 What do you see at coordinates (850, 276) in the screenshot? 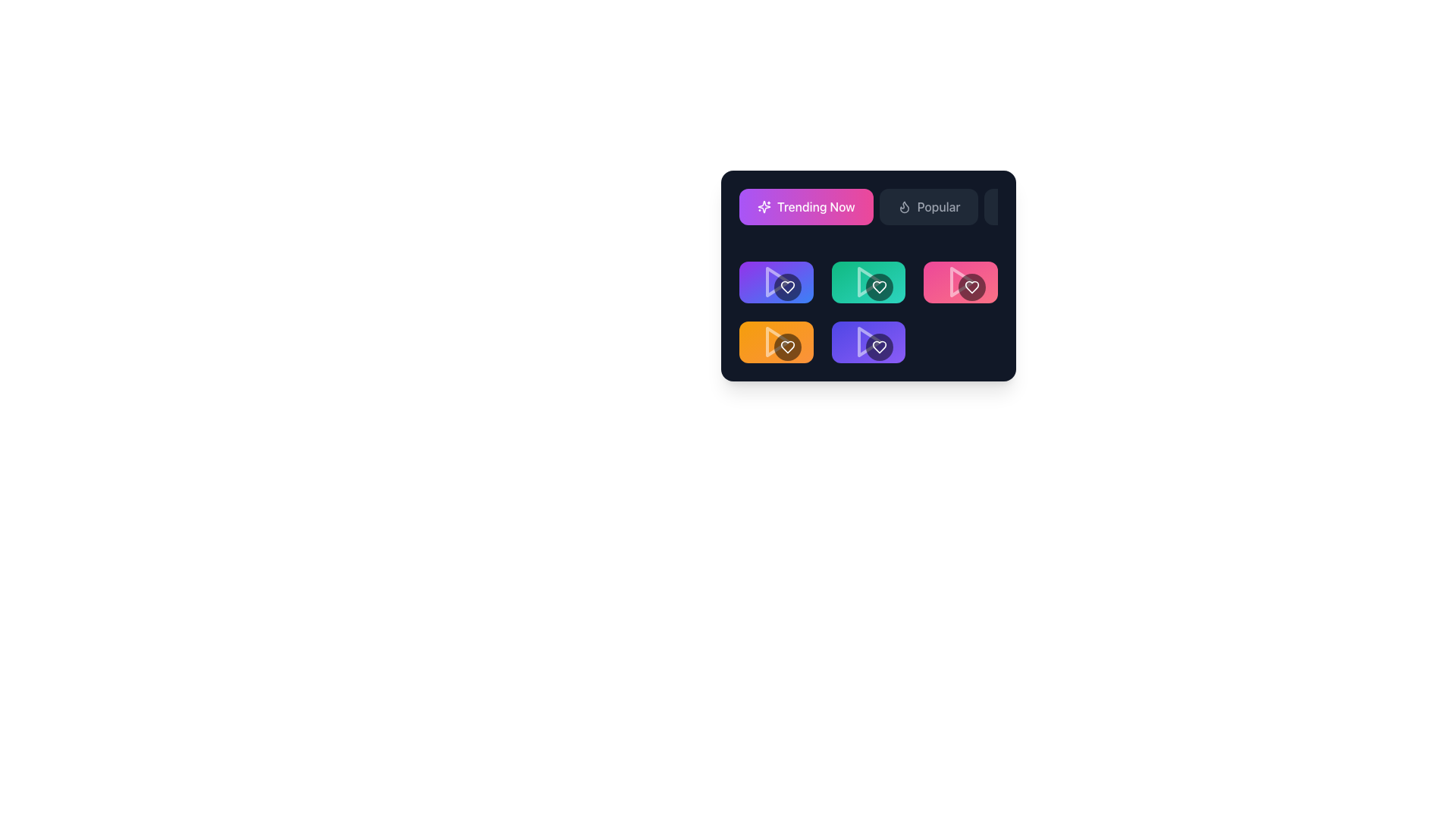
I see `the circular icon resembling a speech bubble located in the center of a green square card` at bounding box center [850, 276].